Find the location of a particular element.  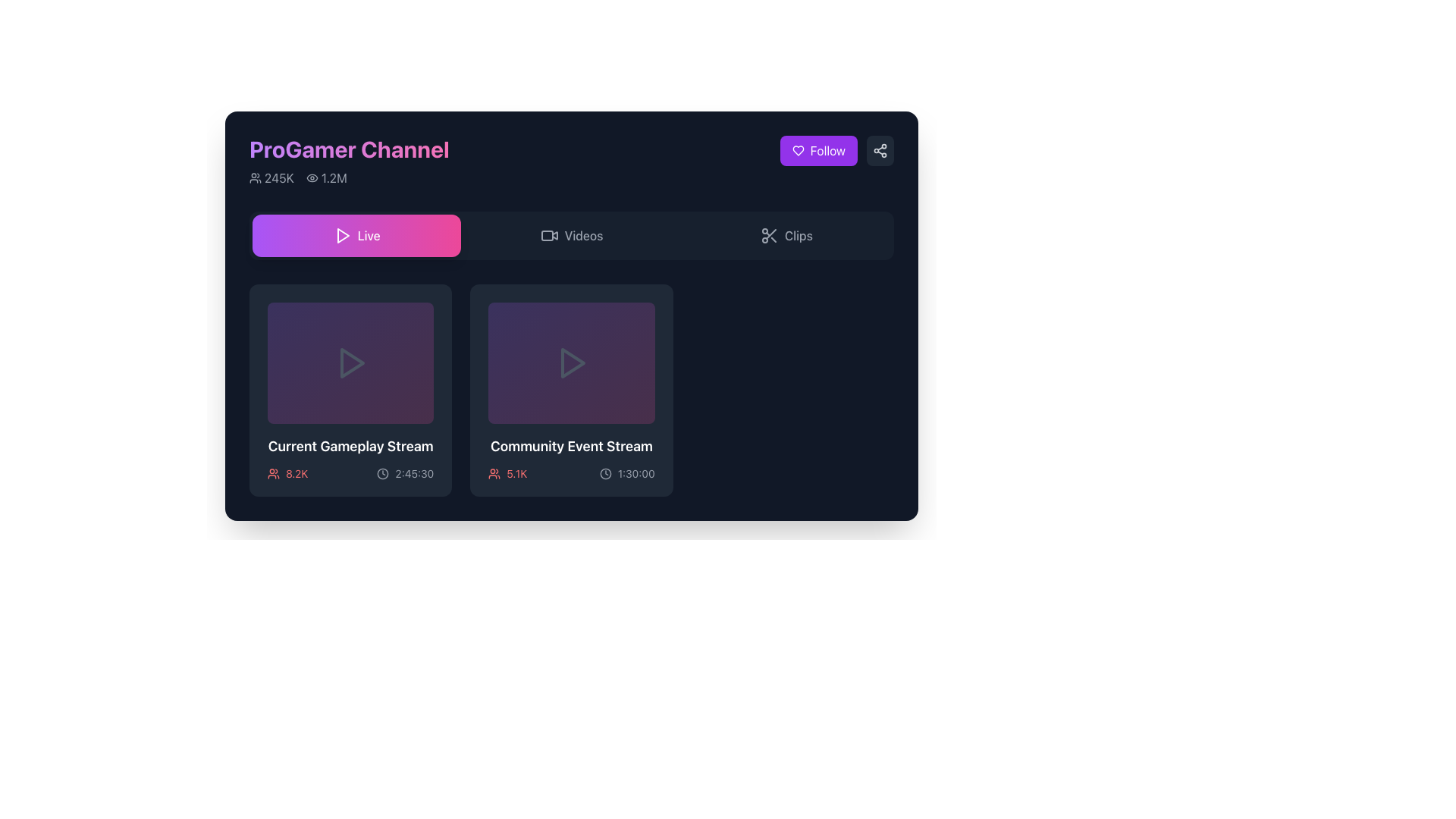

the Text with the gray clock icon and the timestamp '2:45:30' located at the bottom right corner of the 'Current Gameplay Stream' card is located at coordinates (405, 472).